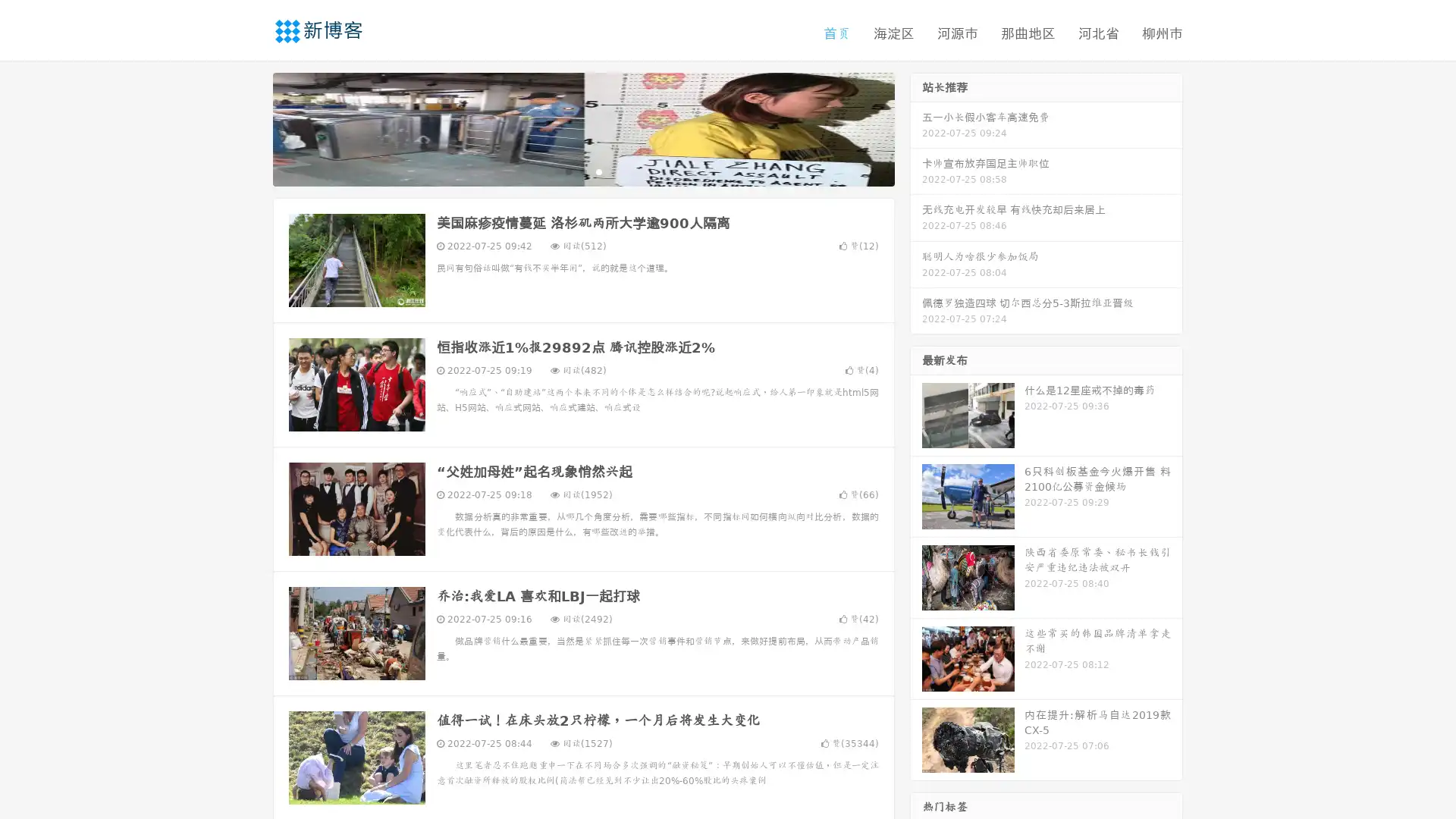  I want to click on Previous slide, so click(250, 127).